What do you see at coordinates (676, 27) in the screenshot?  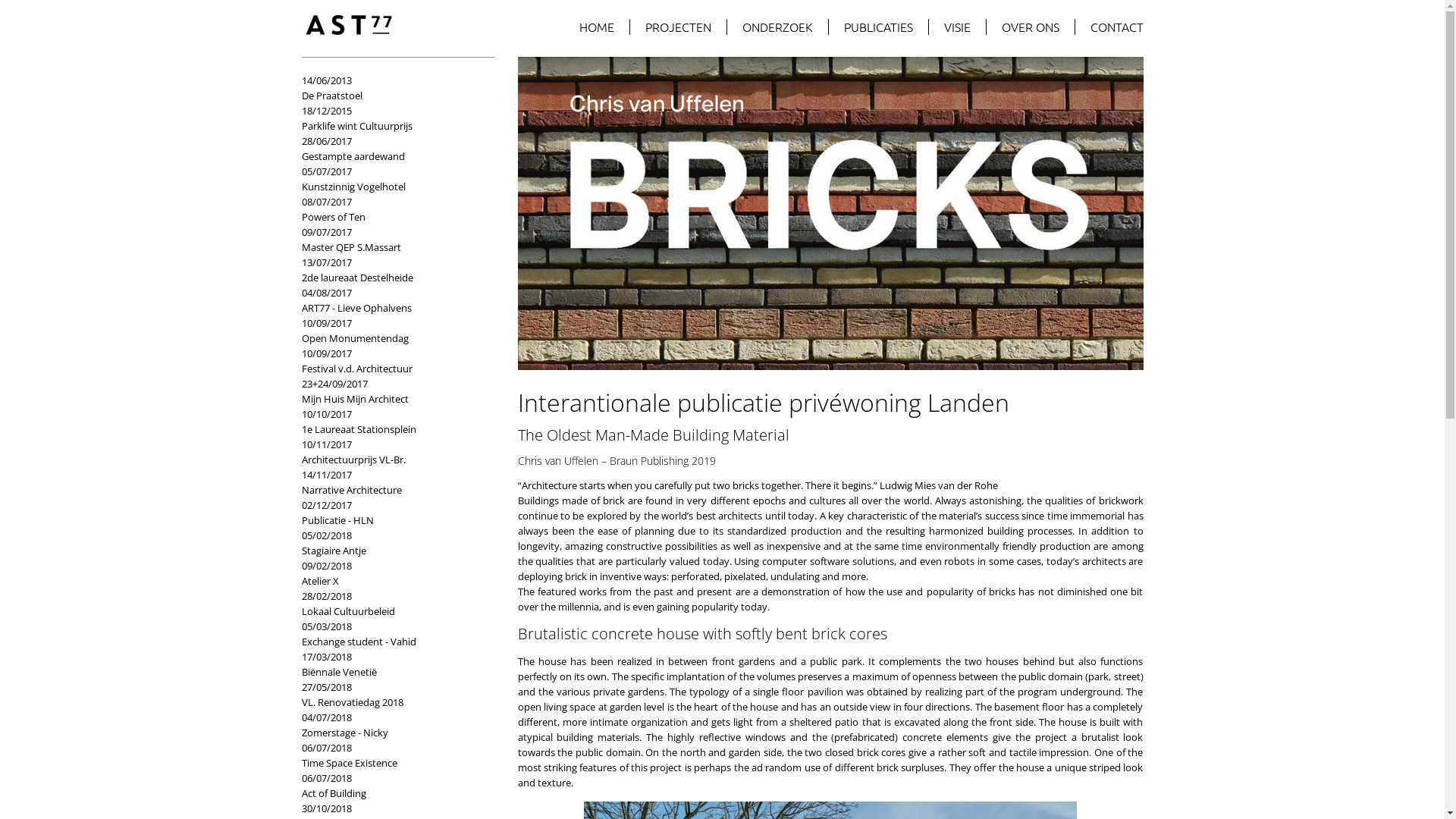 I see `'PROJECTEN'` at bounding box center [676, 27].